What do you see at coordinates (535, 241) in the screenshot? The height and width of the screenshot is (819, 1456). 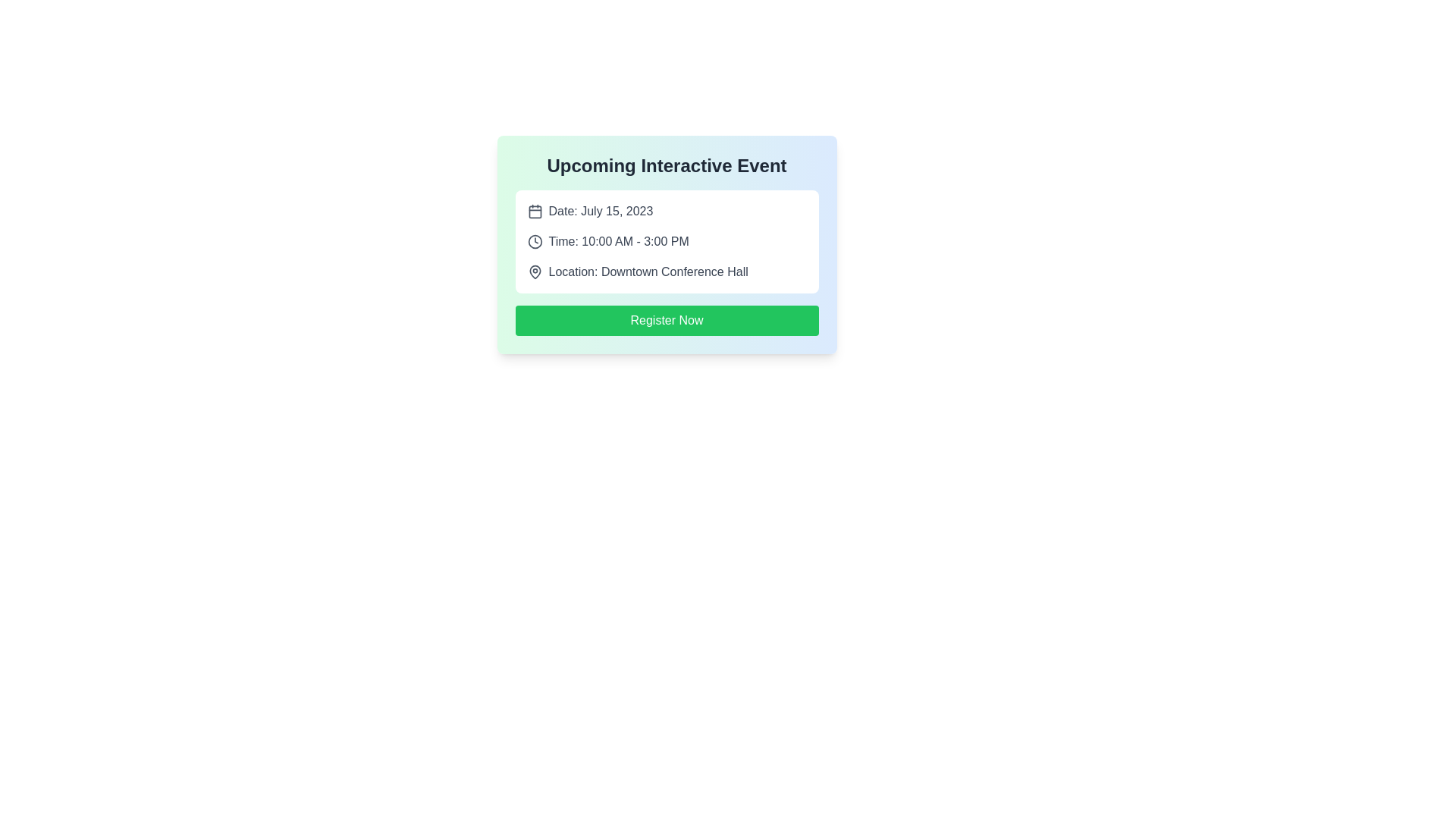 I see `the clock icon, which is a gray graphical representation with tick marks, located to the left of the text 'Time: 10:00 AM - 3:00 PM'` at bounding box center [535, 241].